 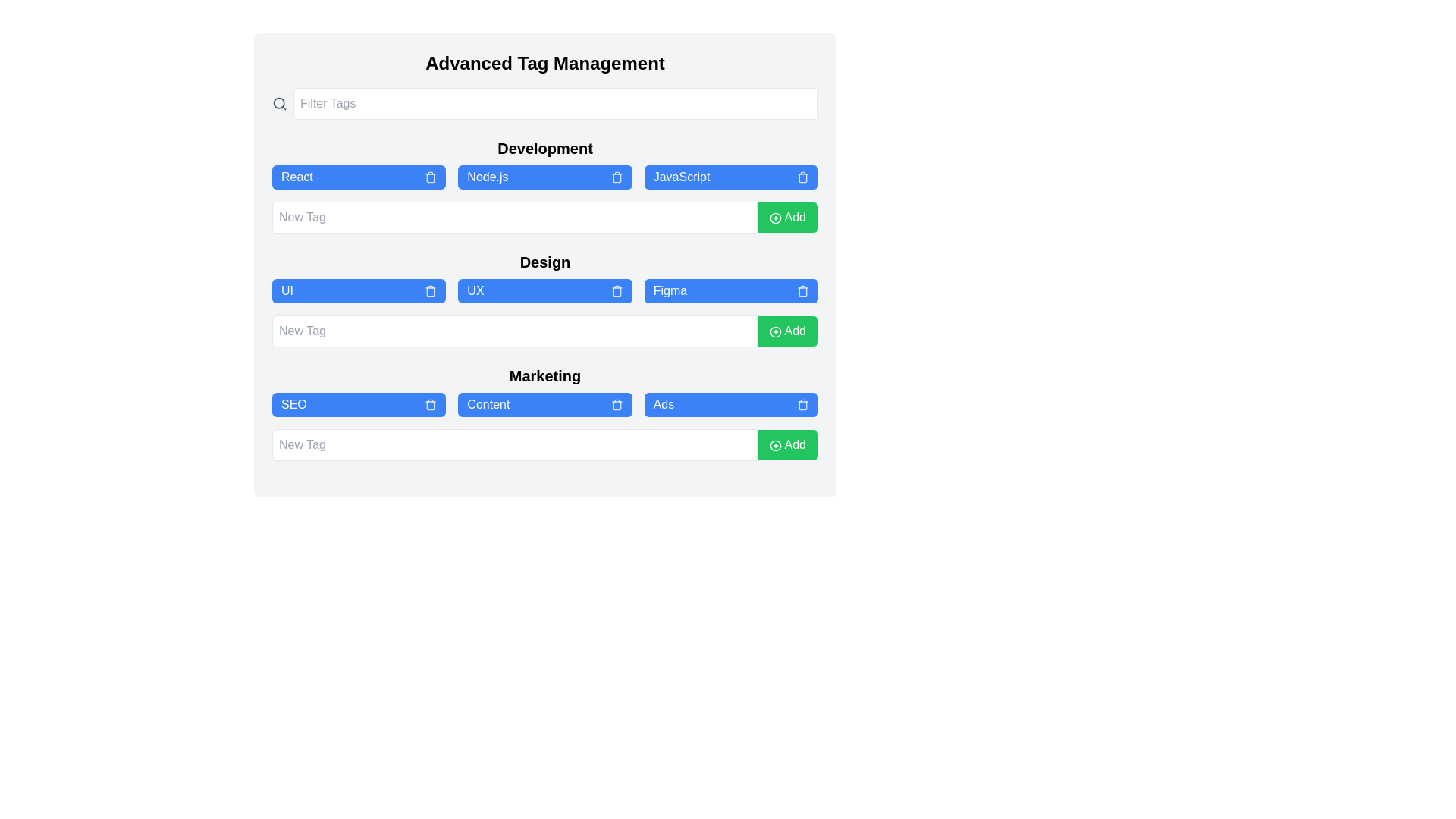 I want to click on the leftmost blue button labeled 'UX', so click(x=475, y=291).